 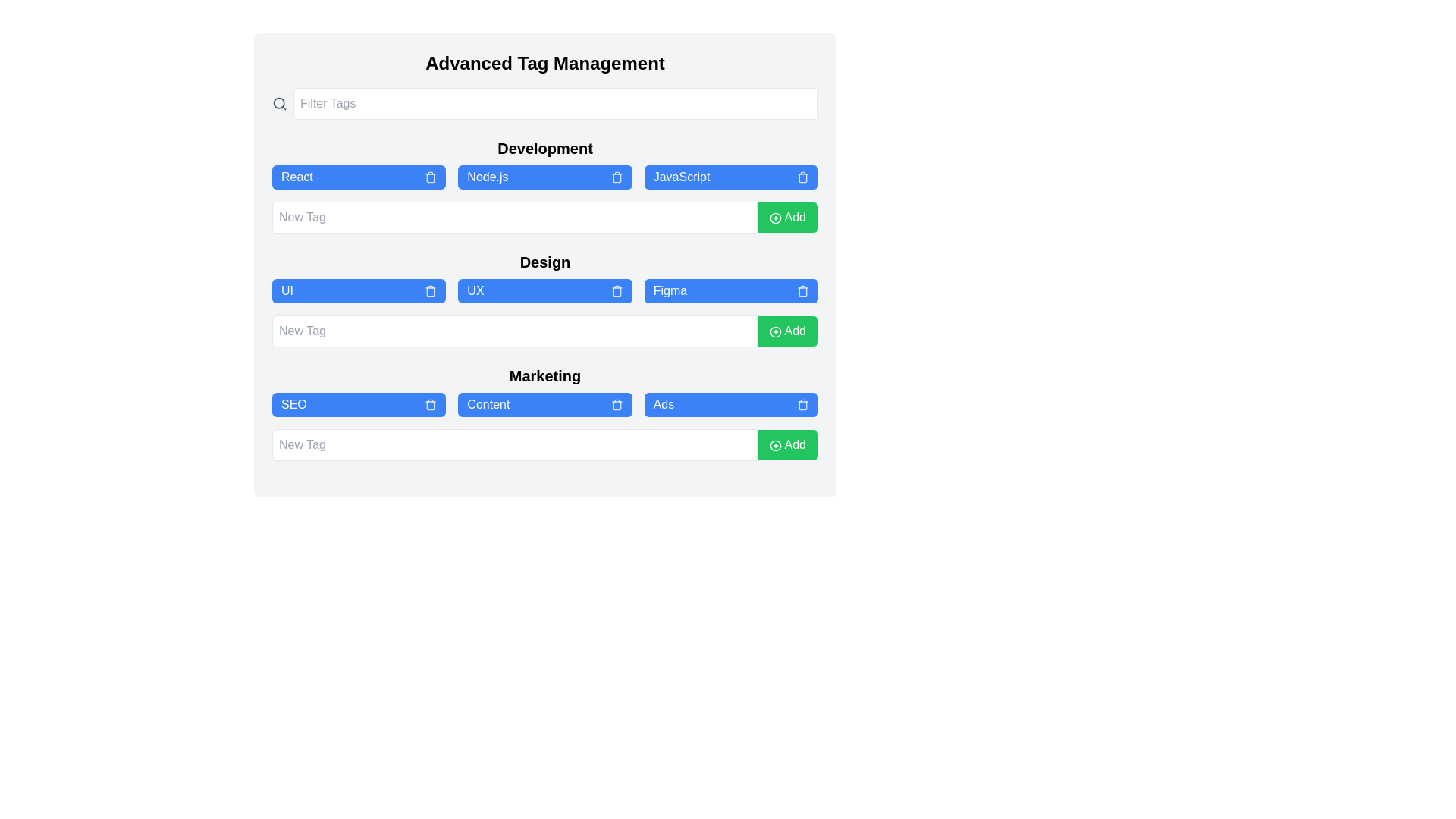 I want to click on the leftmost blue button labeled 'UX', so click(x=475, y=291).